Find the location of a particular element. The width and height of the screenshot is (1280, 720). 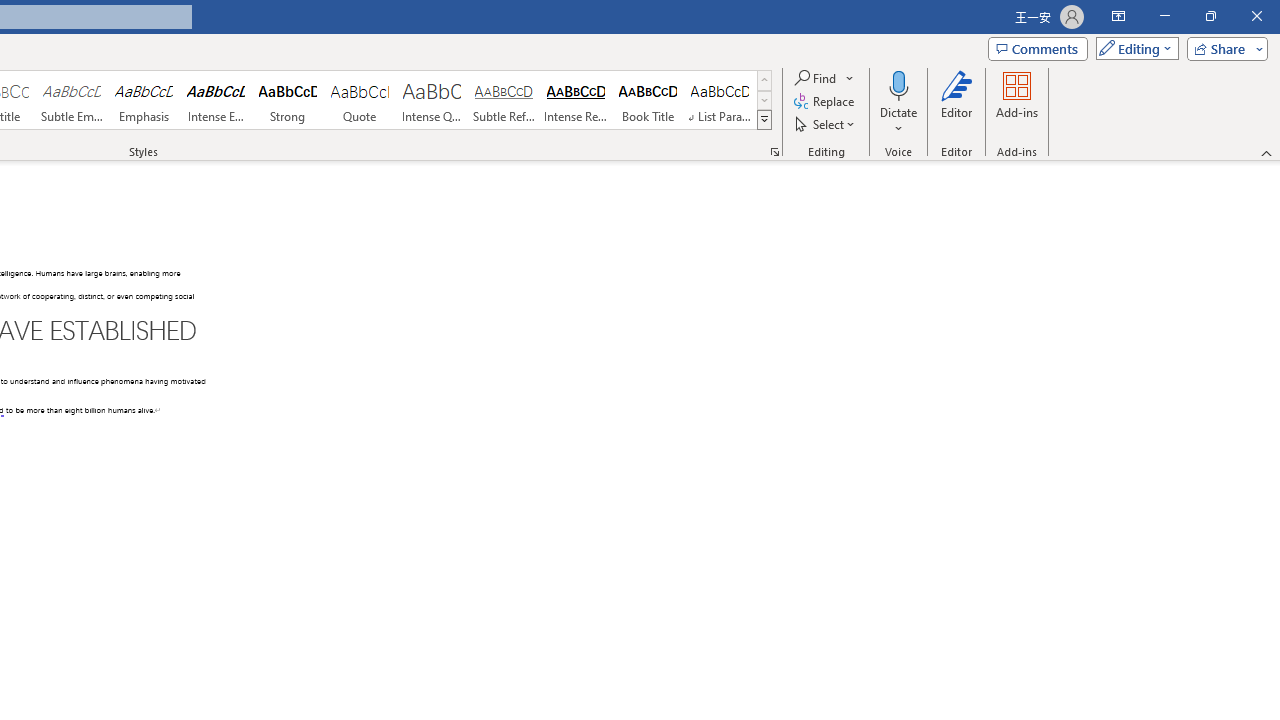

'Quote' is located at coordinates (359, 100).